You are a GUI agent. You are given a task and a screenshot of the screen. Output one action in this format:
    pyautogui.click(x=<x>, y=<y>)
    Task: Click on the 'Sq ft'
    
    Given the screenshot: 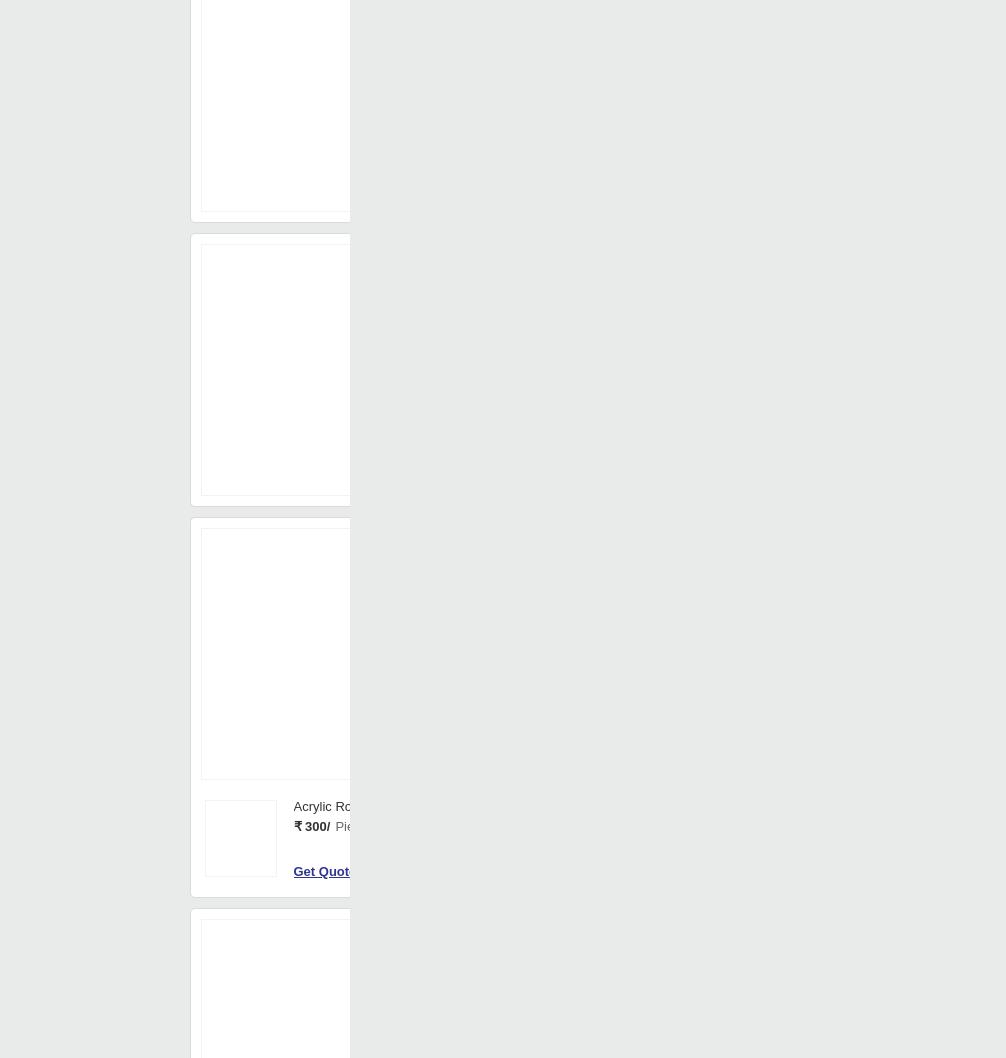 What is the action you would take?
    pyautogui.click(x=567, y=285)
    